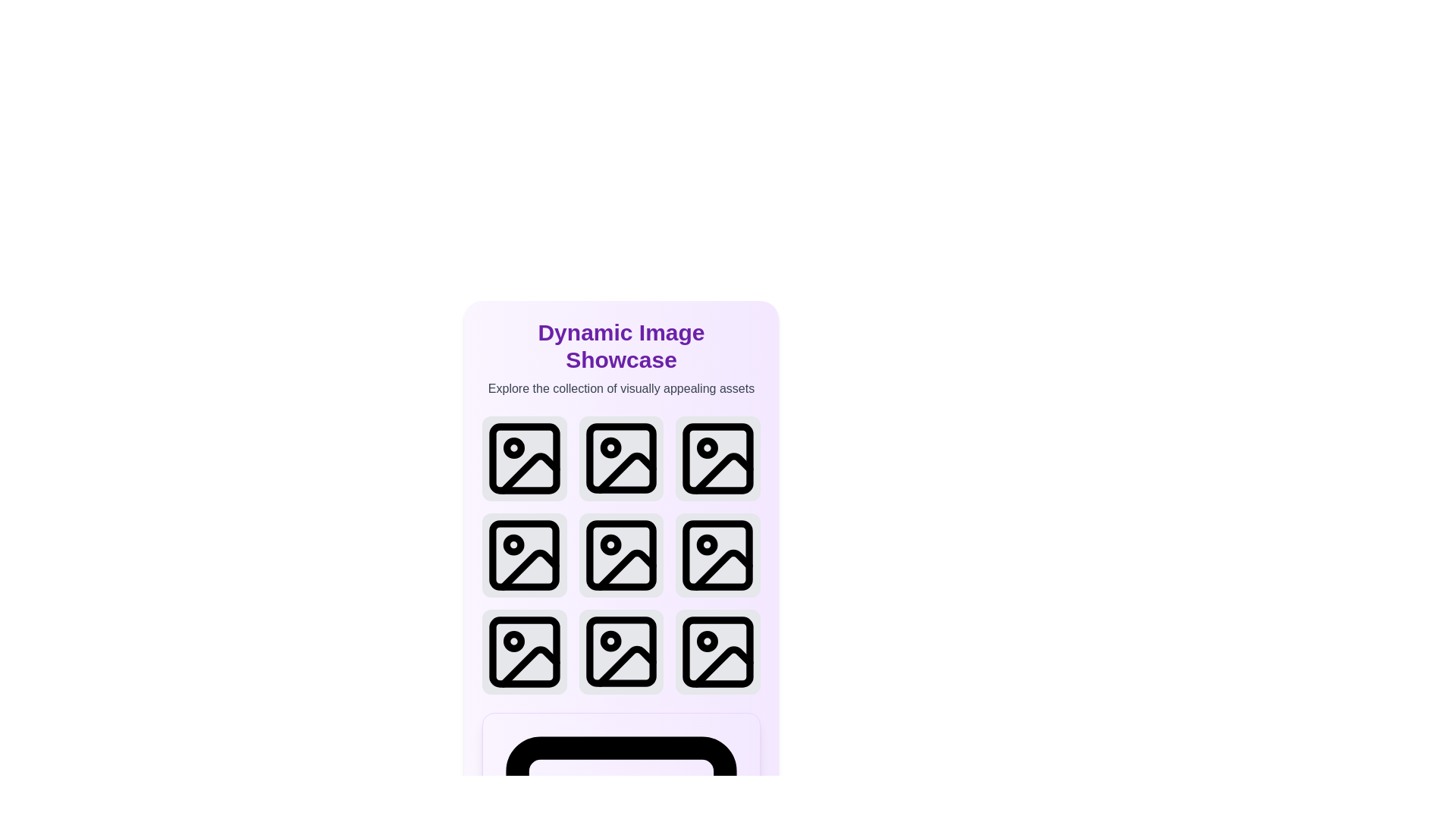 The height and width of the screenshot is (819, 1456). What do you see at coordinates (524, 457) in the screenshot?
I see `the first image placeholder in the 'Dynamic Image Showcase' section` at bounding box center [524, 457].